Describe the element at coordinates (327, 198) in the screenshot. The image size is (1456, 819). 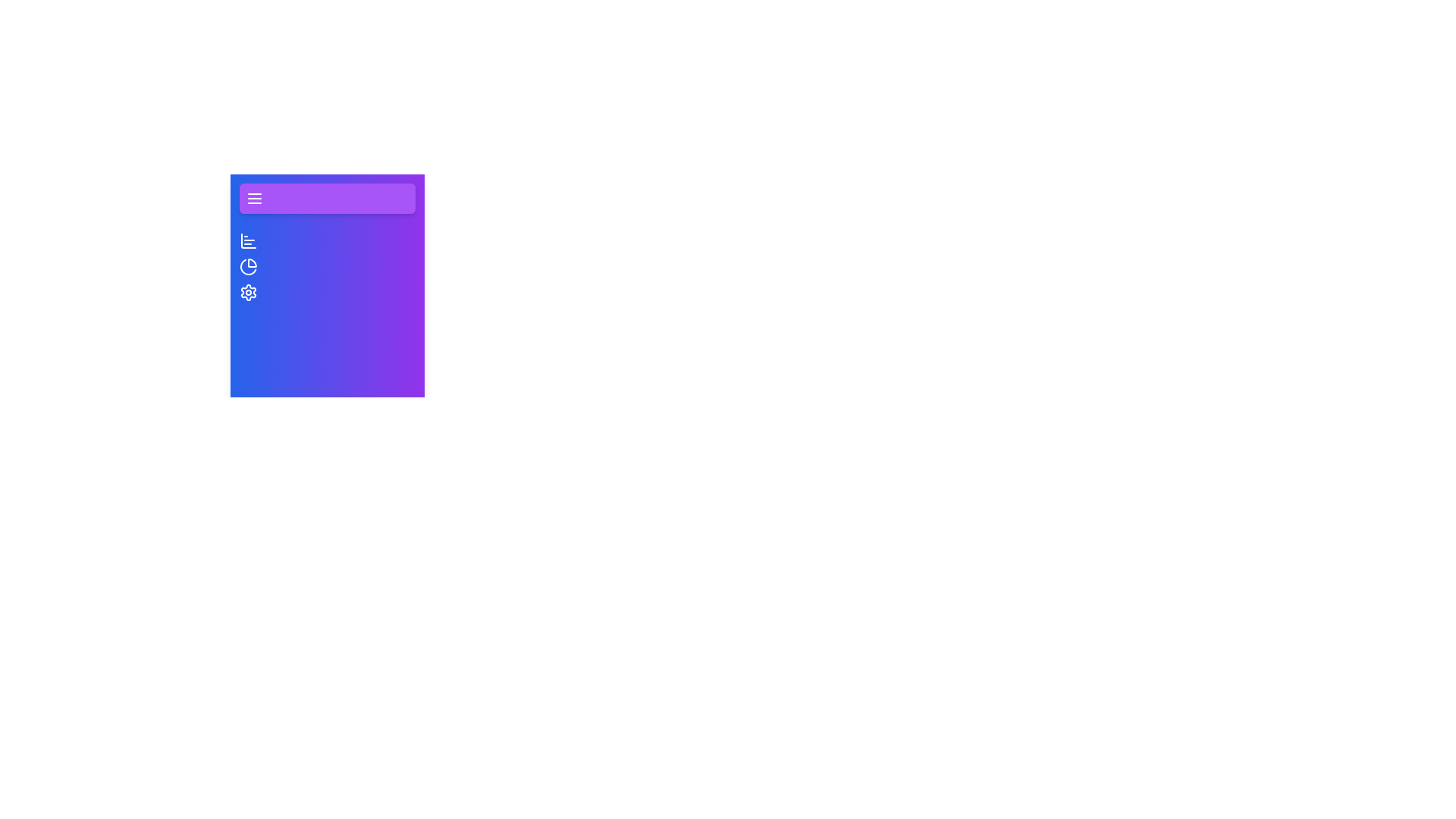
I see `the menu button to toggle the drawer` at that location.